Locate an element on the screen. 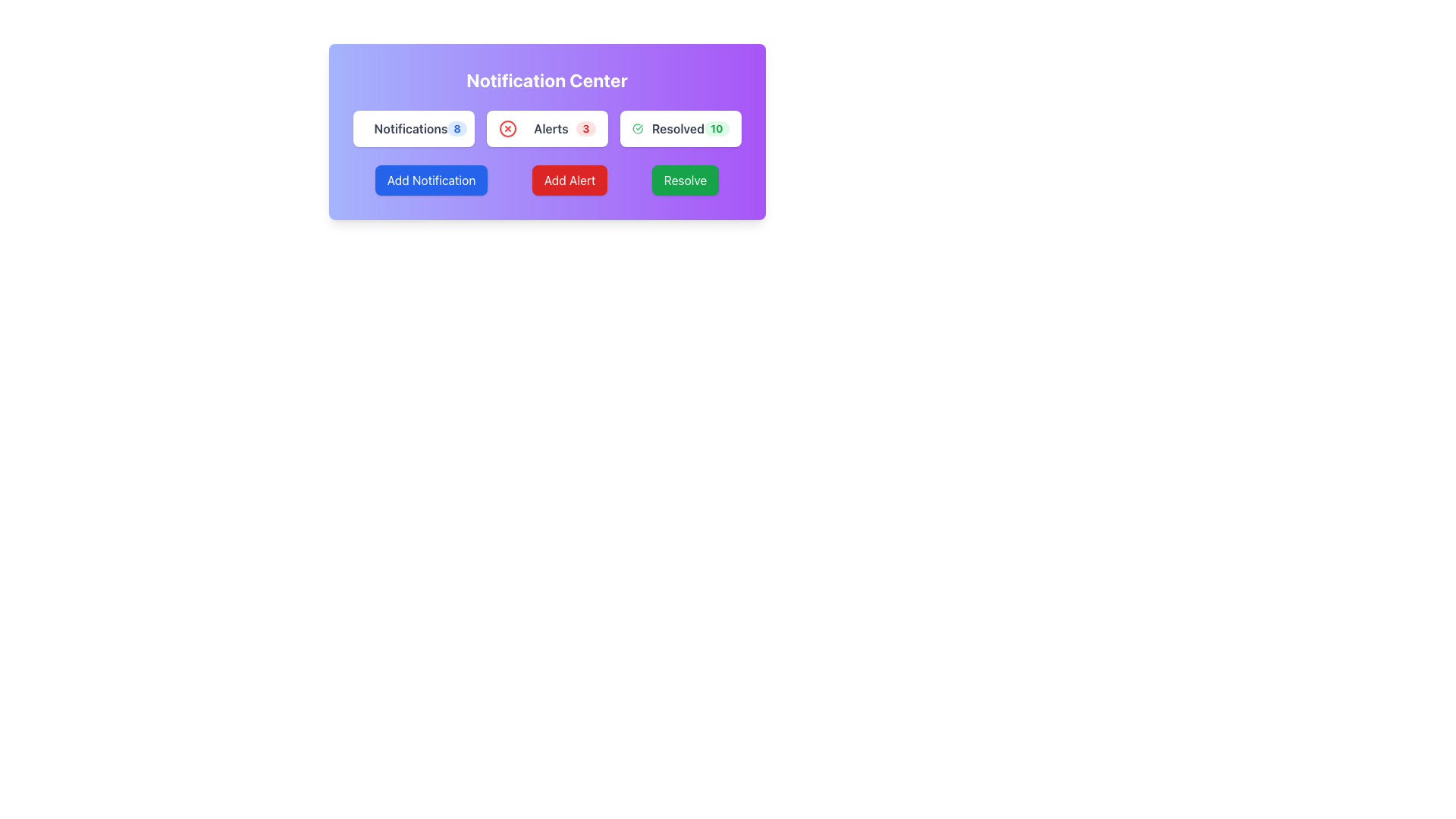 The width and height of the screenshot is (1456, 819). the green checkmark icon within the 'Resolved10' segment of the notification center interface, located to the left of the label 'Resolved' is located at coordinates (637, 127).